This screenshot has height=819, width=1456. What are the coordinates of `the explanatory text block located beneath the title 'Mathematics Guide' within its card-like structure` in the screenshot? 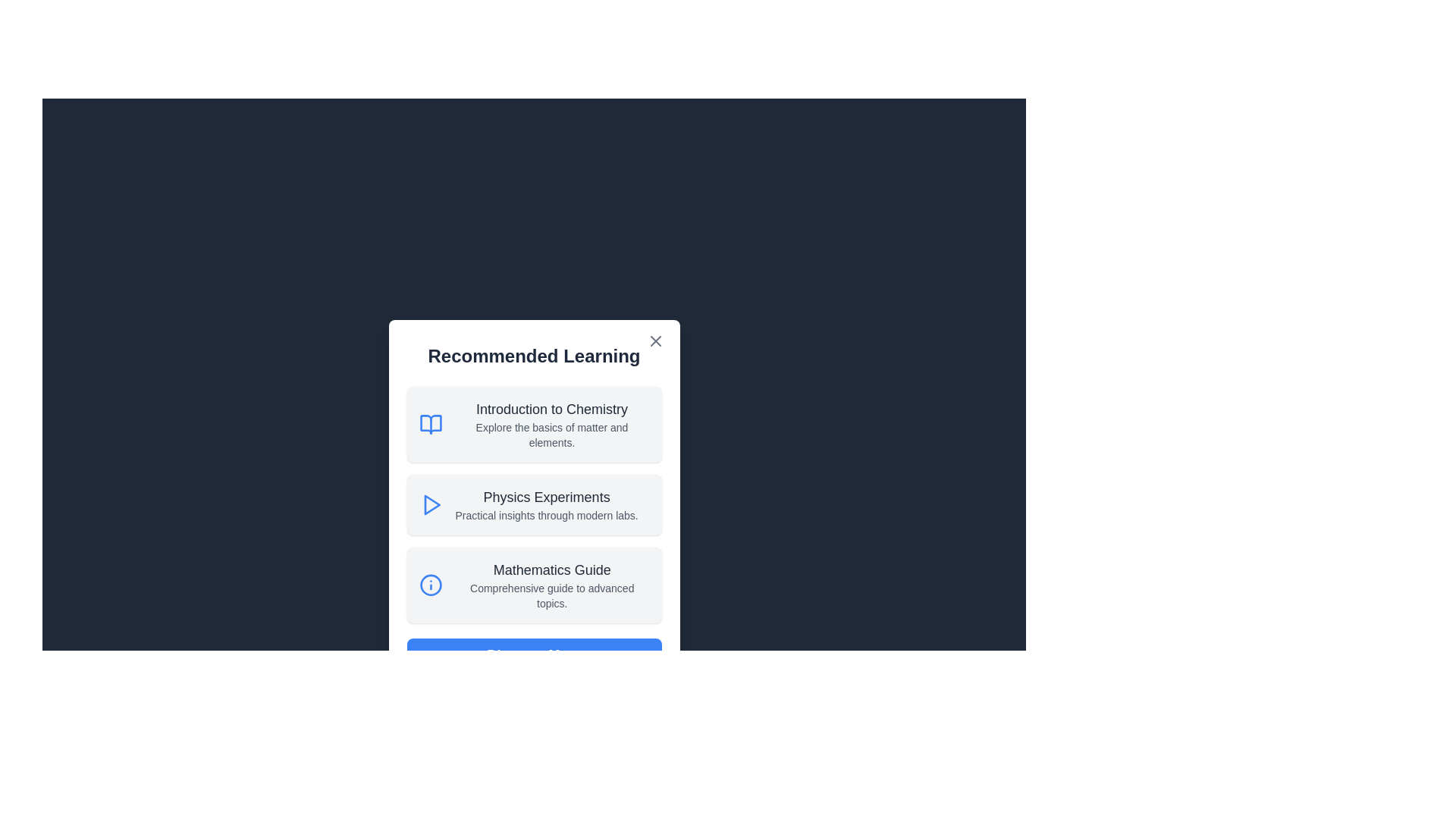 It's located at (551, 595).